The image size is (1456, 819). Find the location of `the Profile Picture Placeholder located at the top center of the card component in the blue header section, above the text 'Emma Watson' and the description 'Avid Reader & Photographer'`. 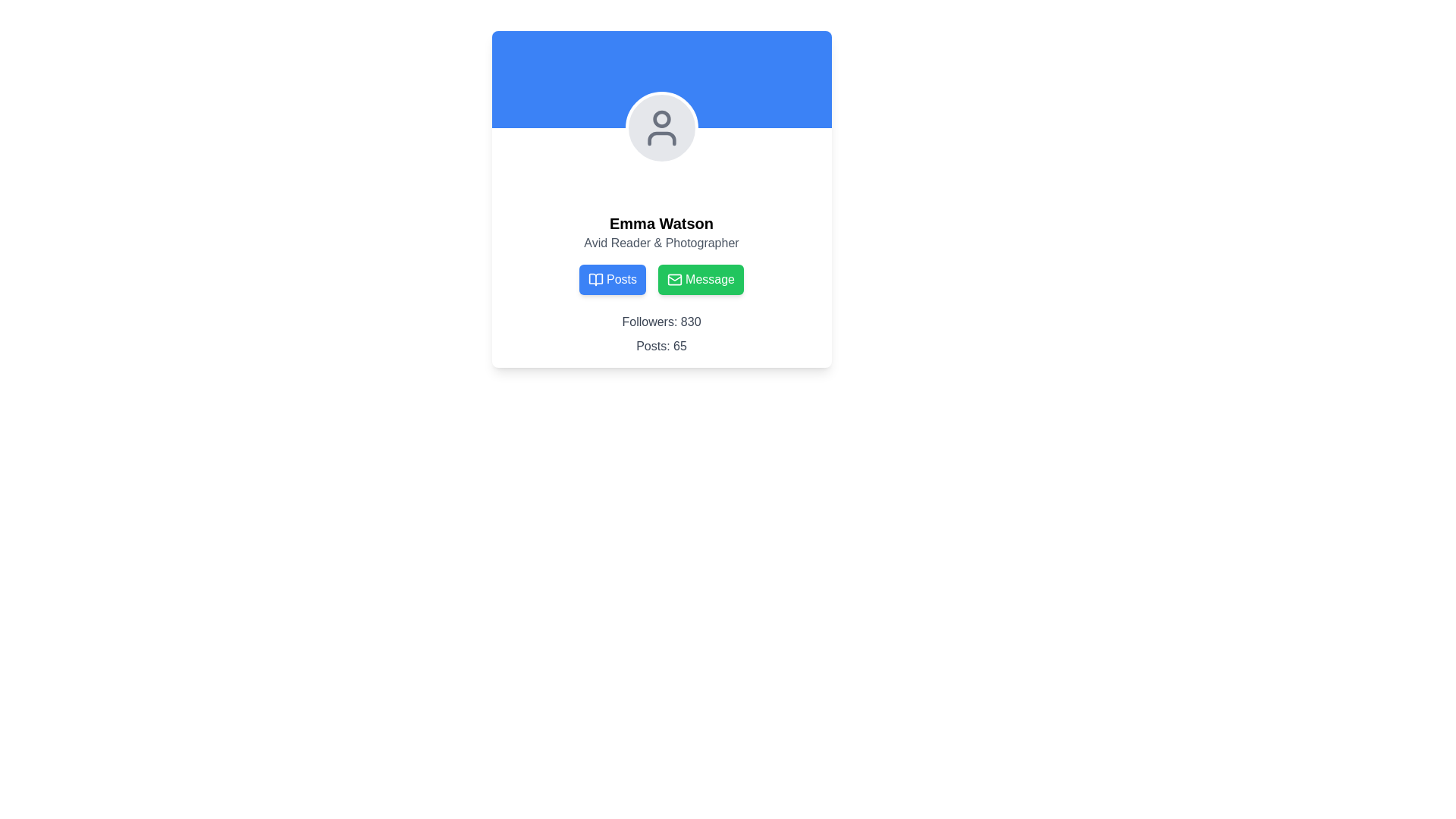

the Profile Picture Placeholder located at the top center of the card component in the blue header section, above the text 'Emma Watson' and the description 'Avid Reader & Photographer' is located at coordinates (661, 127).